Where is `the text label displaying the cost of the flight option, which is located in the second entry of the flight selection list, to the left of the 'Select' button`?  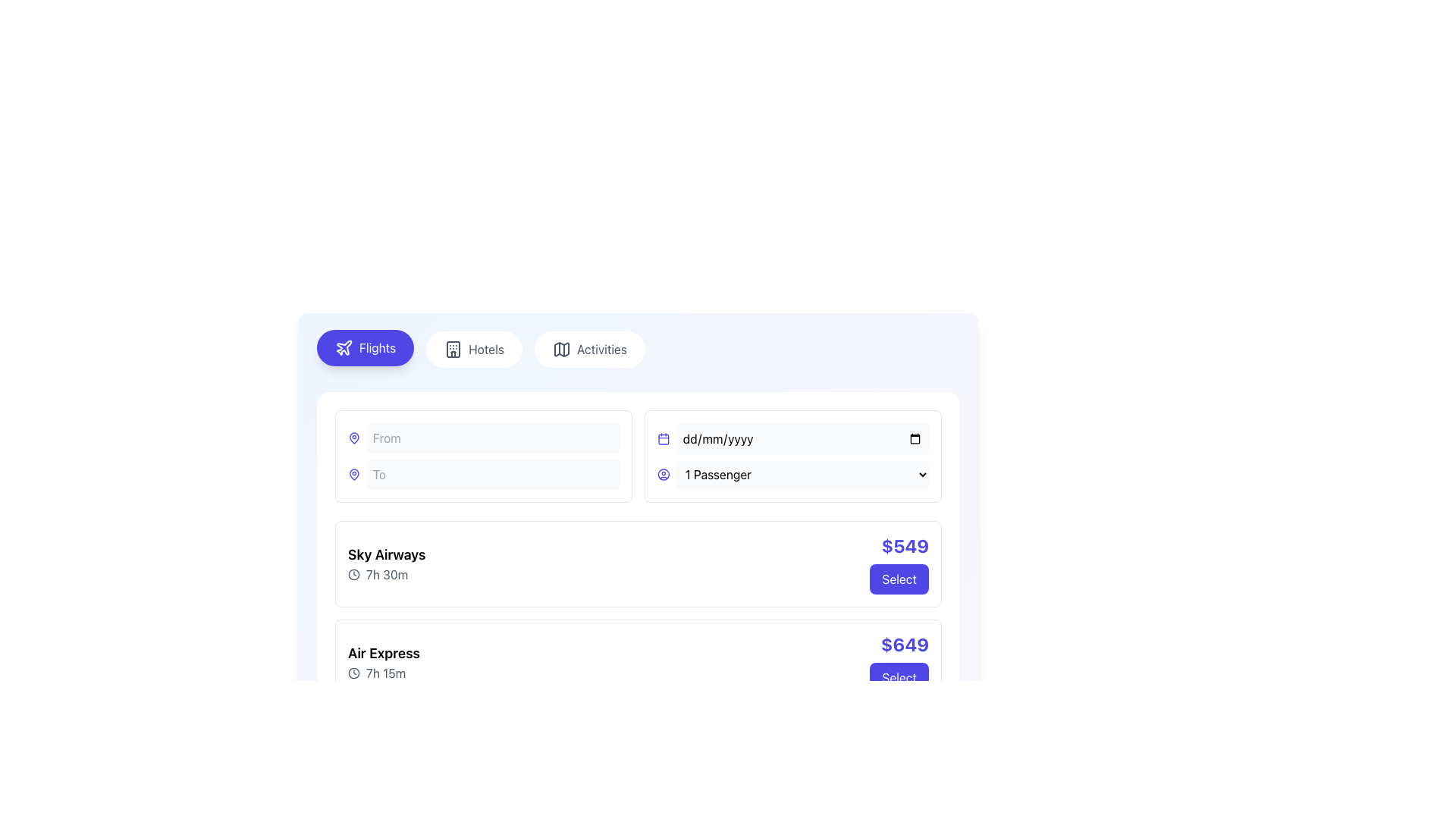 the text label displaying the cost of the flight option, which is located in the second entry of the flight selection list, to the left of the 'Select' button is located at coordinates (899, 644).